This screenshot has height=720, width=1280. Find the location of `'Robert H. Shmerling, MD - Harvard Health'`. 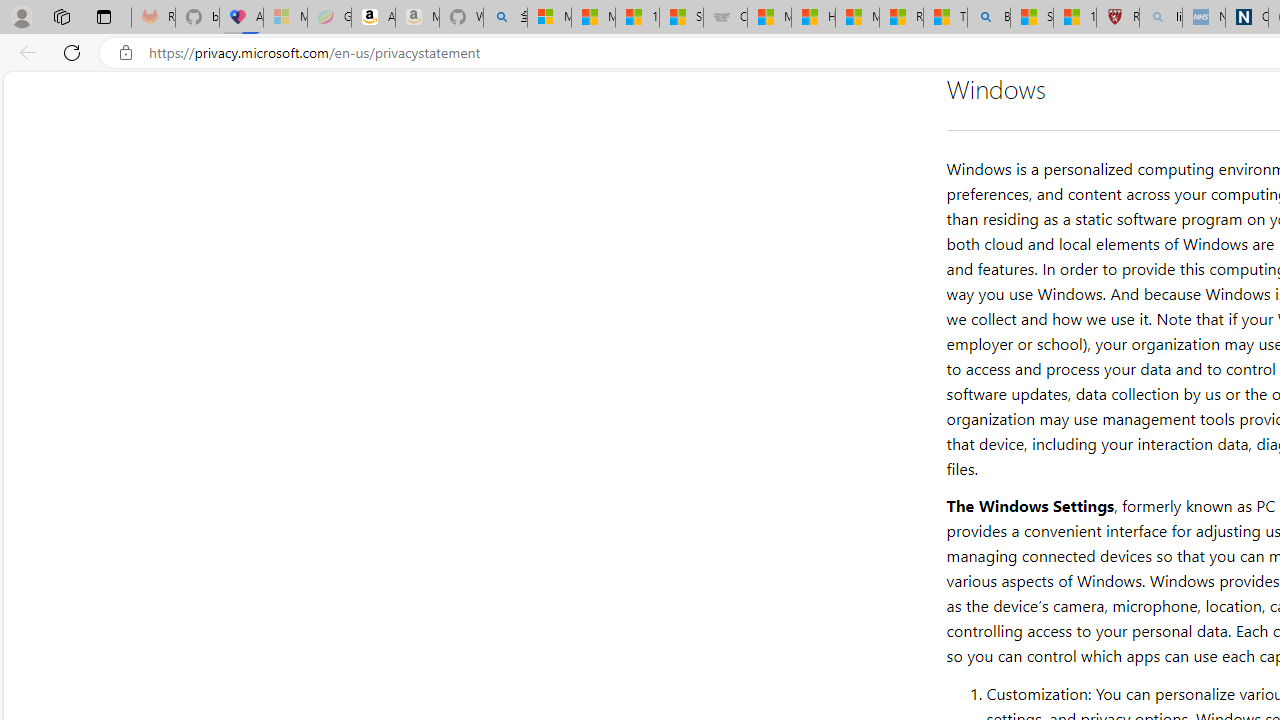

'Robert H. Shmerling, MD - Harvard Health' is located at coordinates (1117, 17).